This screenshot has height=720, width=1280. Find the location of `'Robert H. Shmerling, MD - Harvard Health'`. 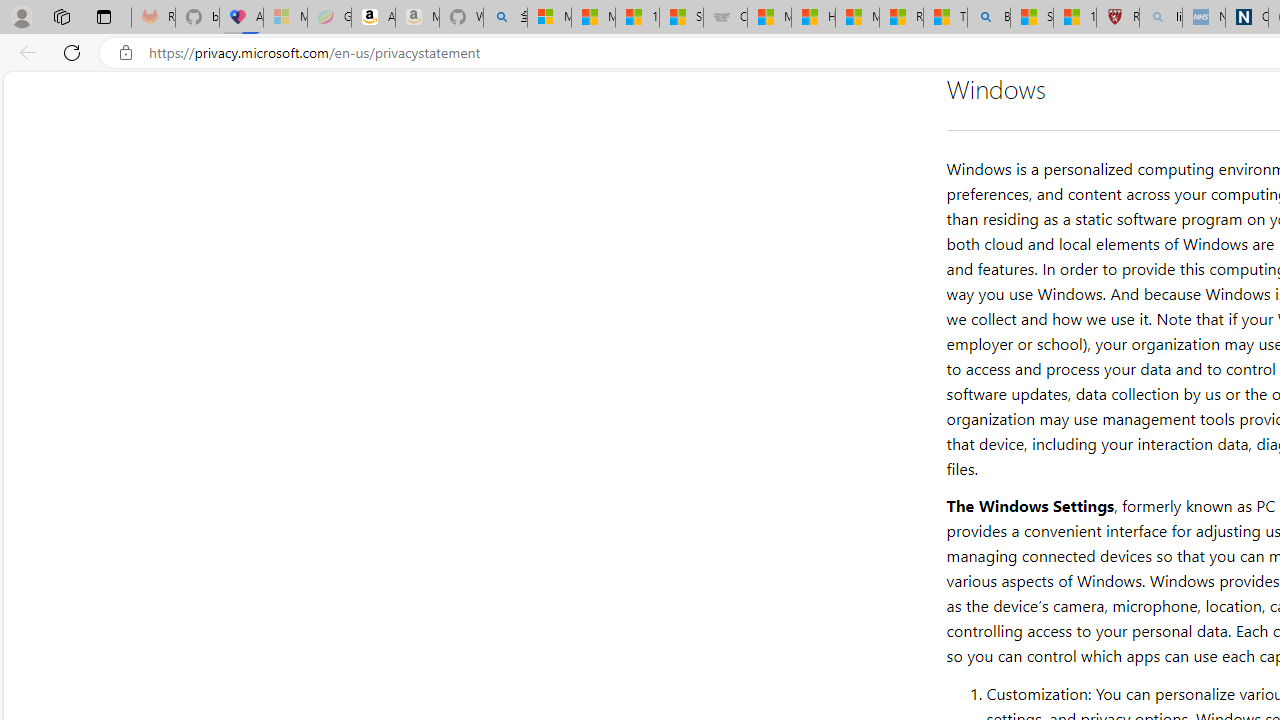

'Robert H. Shmerling, MD - Harvard Health' is located at coordinates (1117, 17).